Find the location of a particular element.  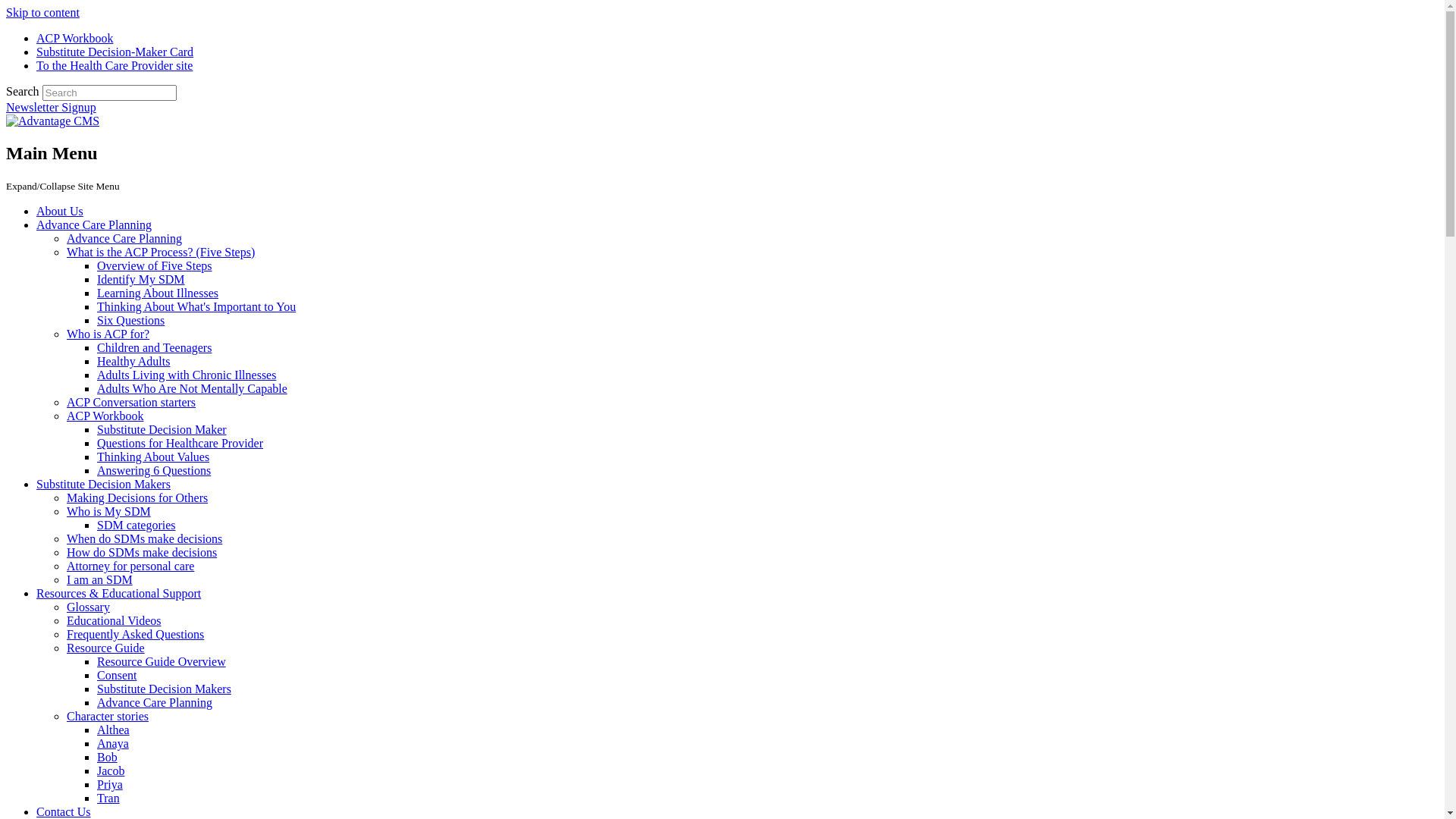

'Healthy Adults' is located at coordinates (133, 361).